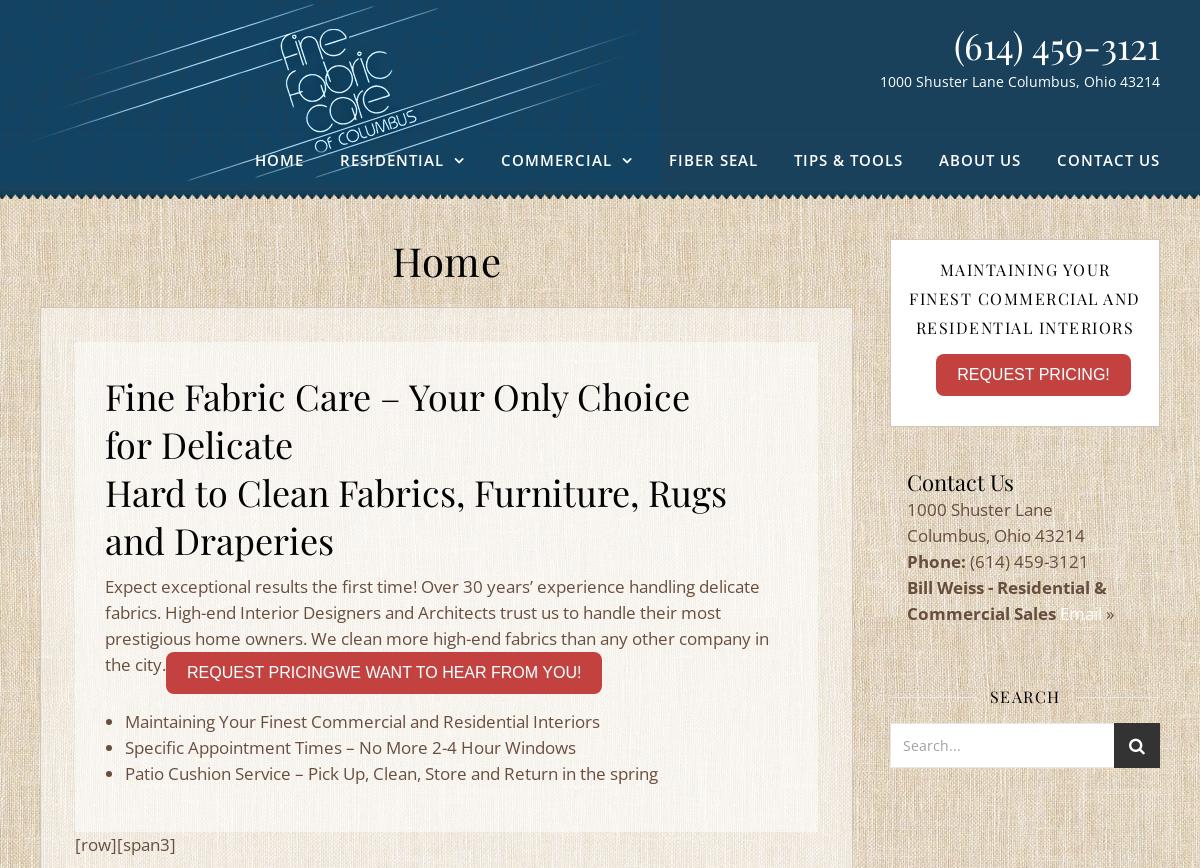 This screenshot has height=868, width=1200. Describe the element at coordinates (1079, 613) in the screenshot. I see `'Email'` at that location.